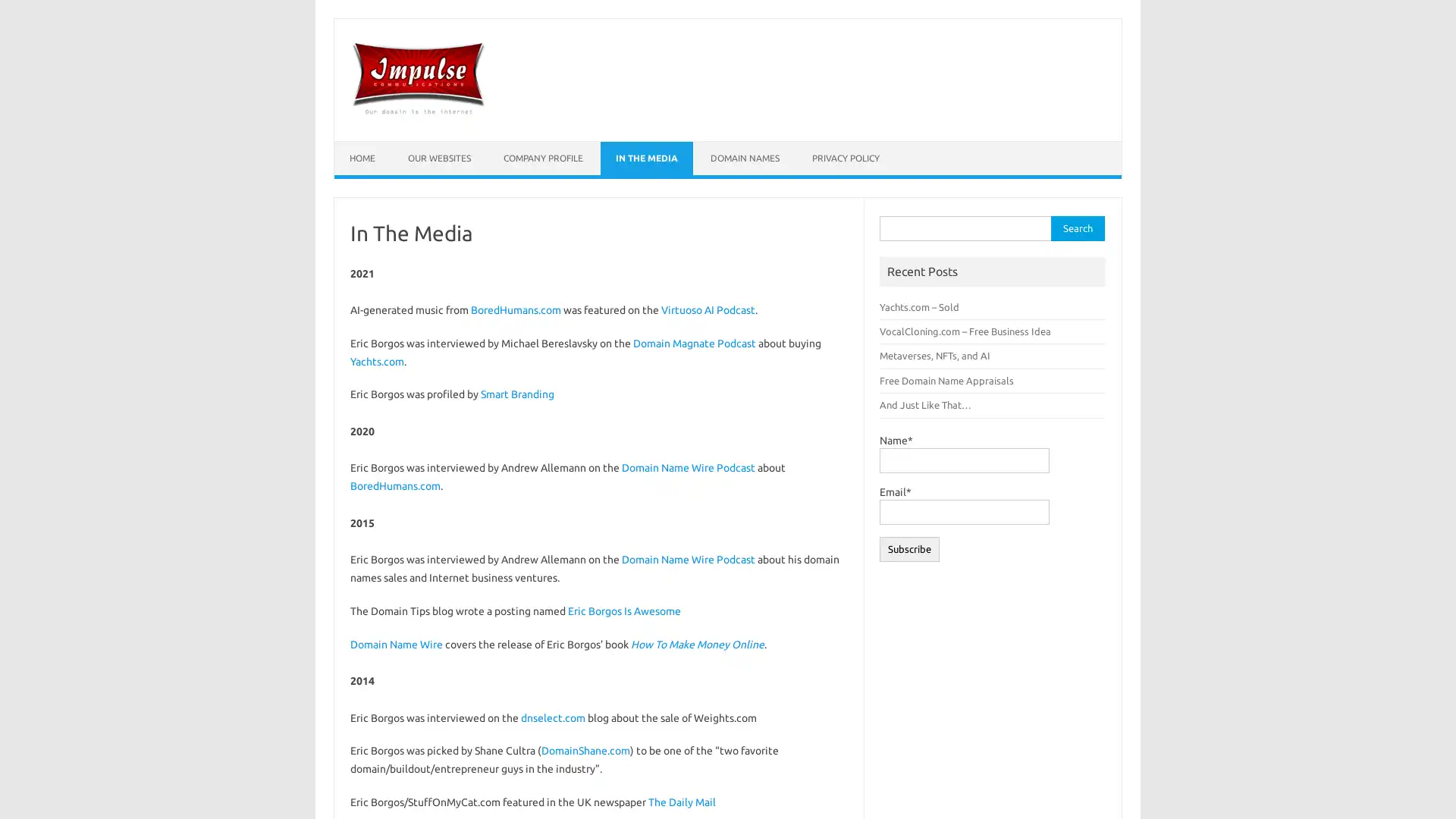  What do you see at coordinates (1076, 228) in the screenshot?
I see `Search` at bounding box center [1076, 228].